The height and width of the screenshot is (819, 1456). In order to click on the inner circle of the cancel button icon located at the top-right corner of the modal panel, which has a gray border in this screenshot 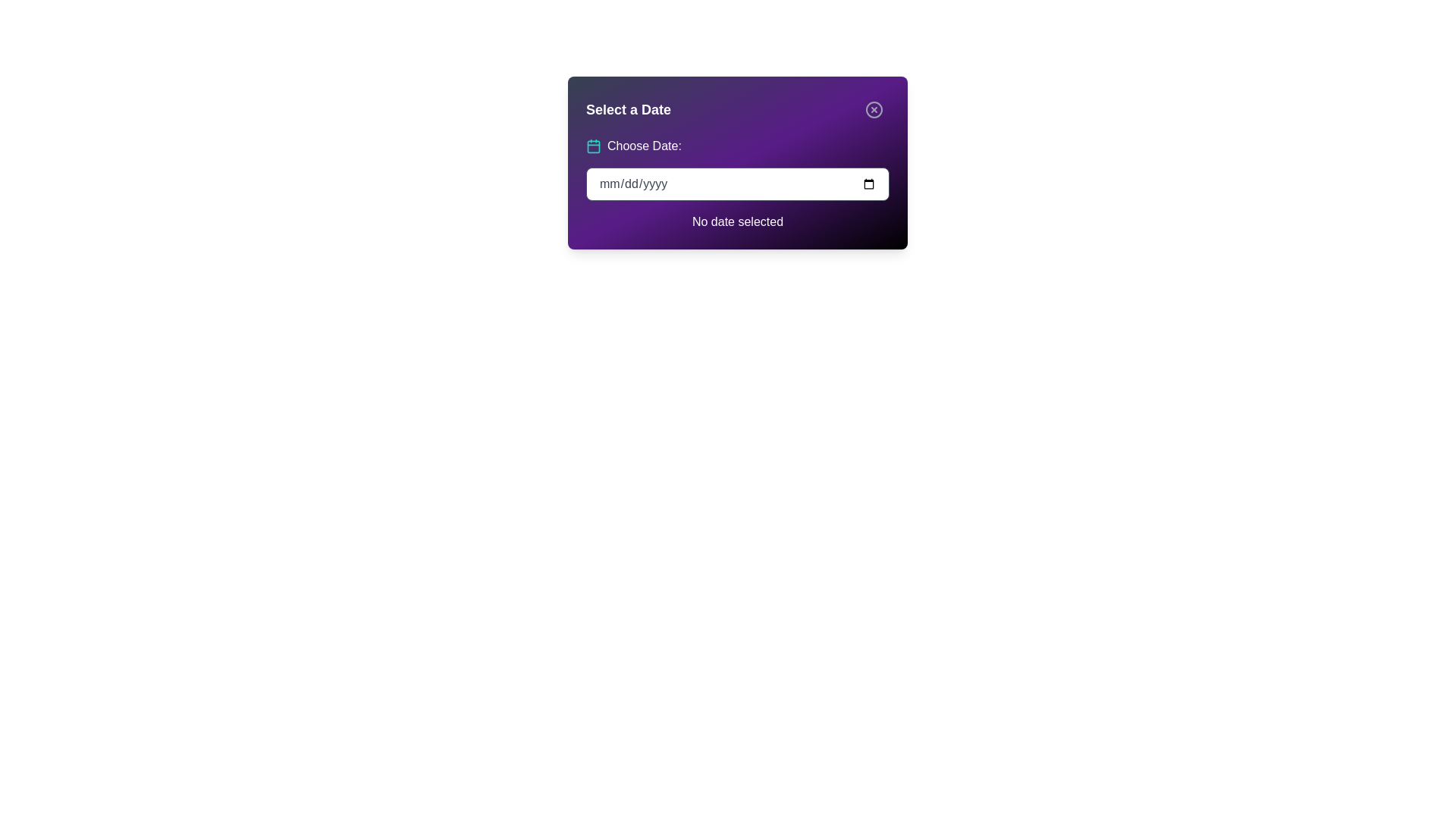, I will do `click(874, 109)`.